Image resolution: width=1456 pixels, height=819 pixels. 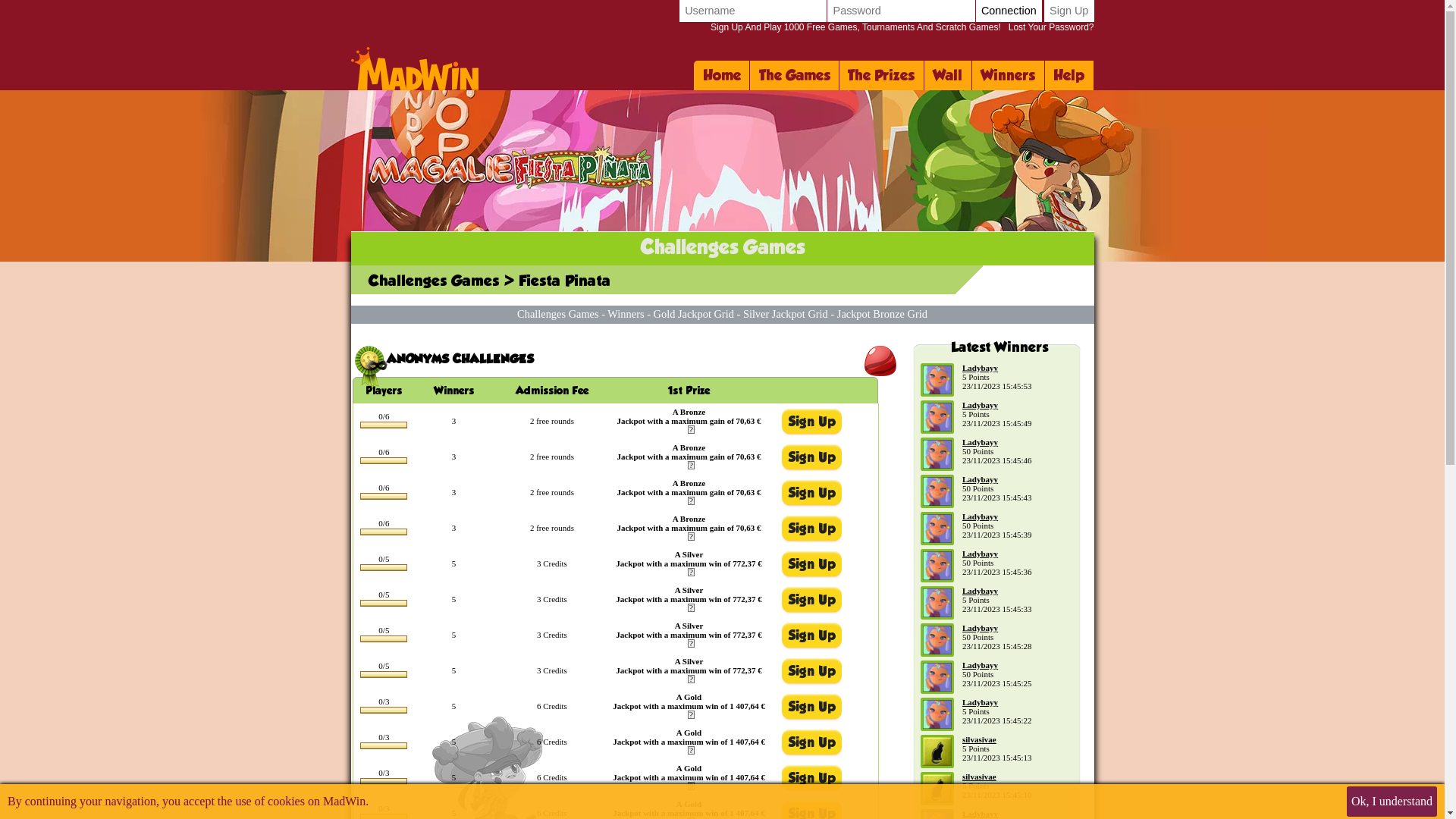 What do you see at coordinates (980, 590) in the screenshot?
I see `'Ladybayy'` at bounding box center [980, 590].